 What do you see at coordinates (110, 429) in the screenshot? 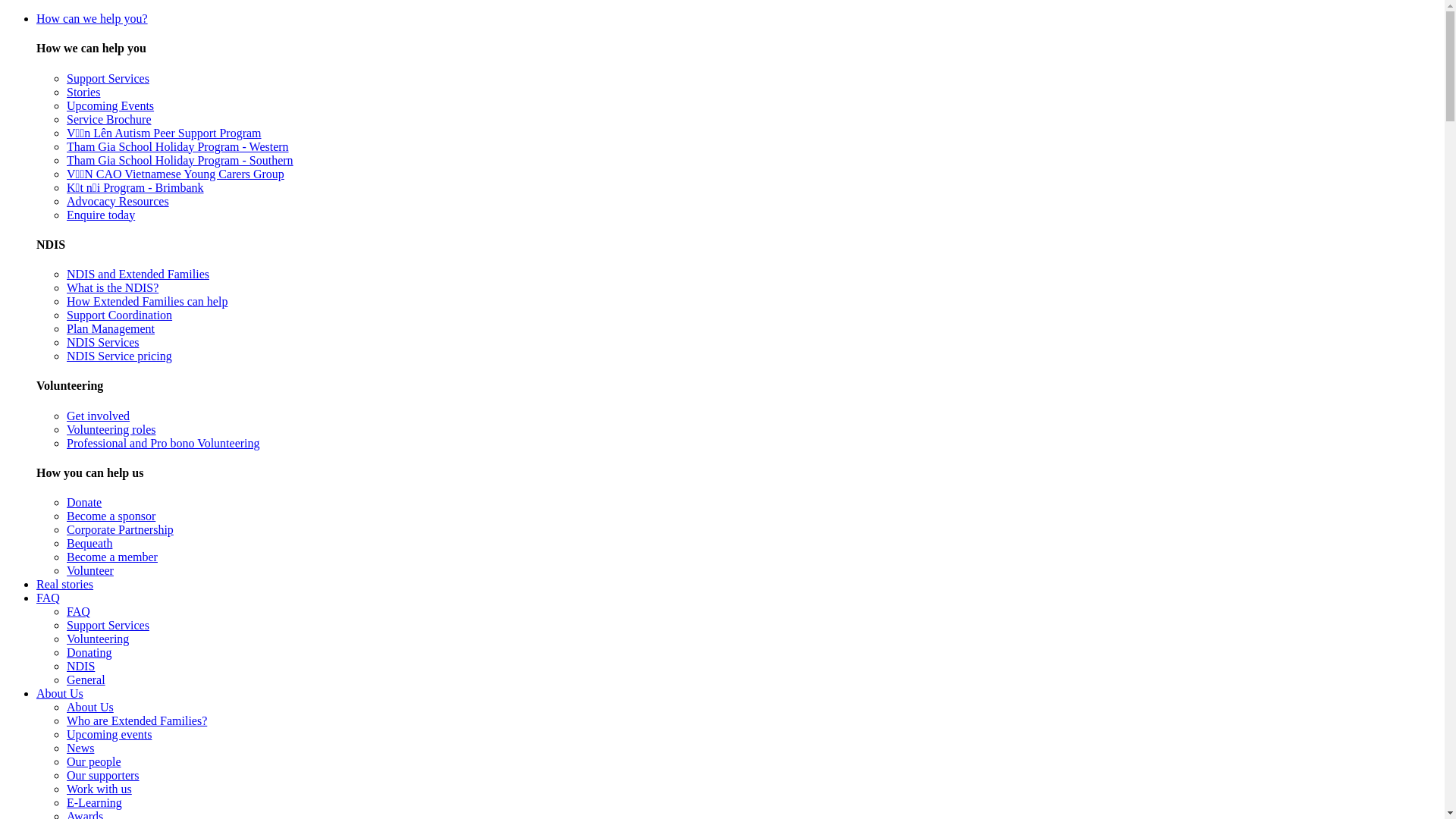
I see `'Volunteering roles'` at bounding box center [110, 429].